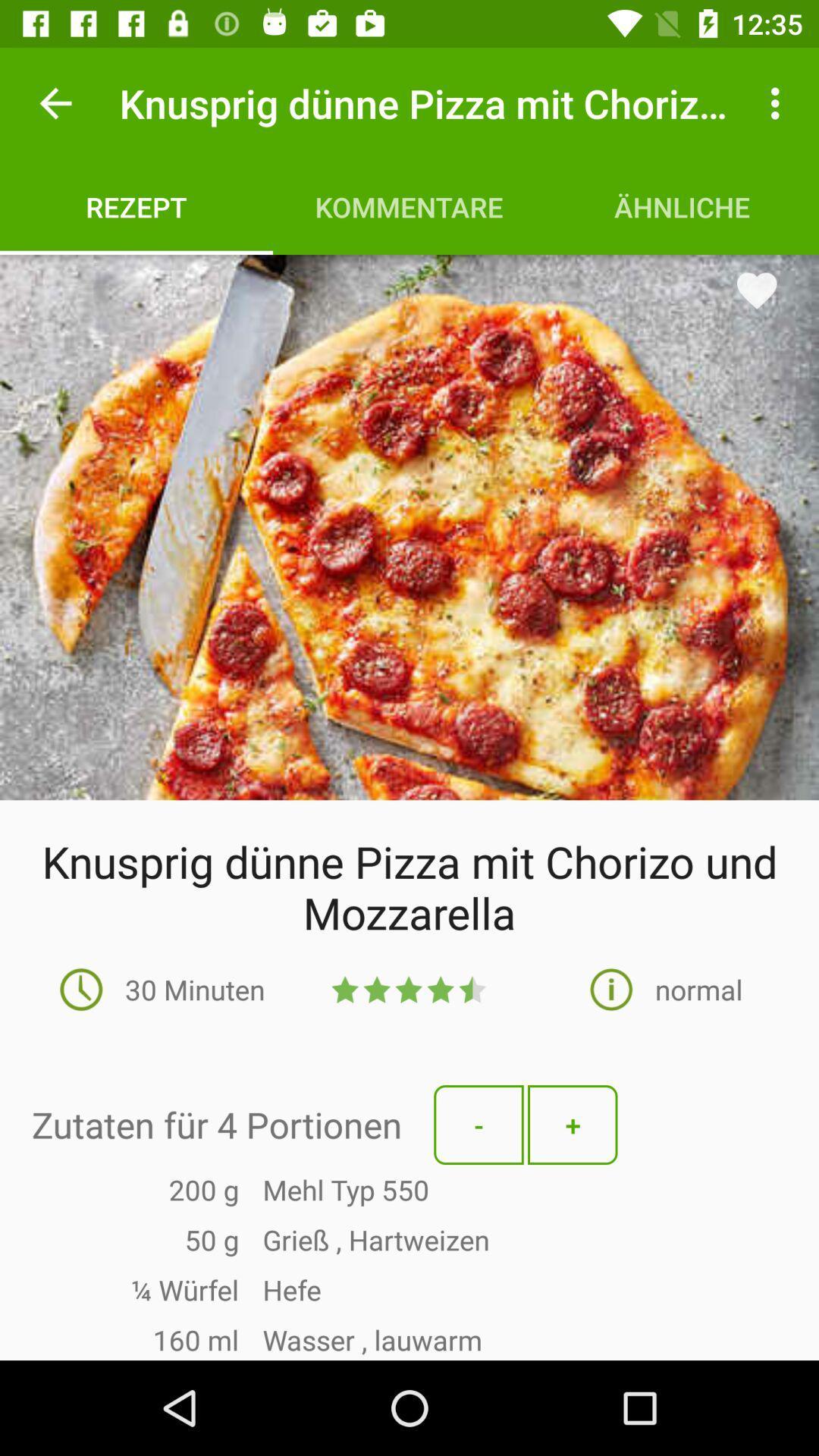 Image resolution: width=819 pixels, height=1456 pixels. I want to click on the item below the rezept, so click(409, 527).